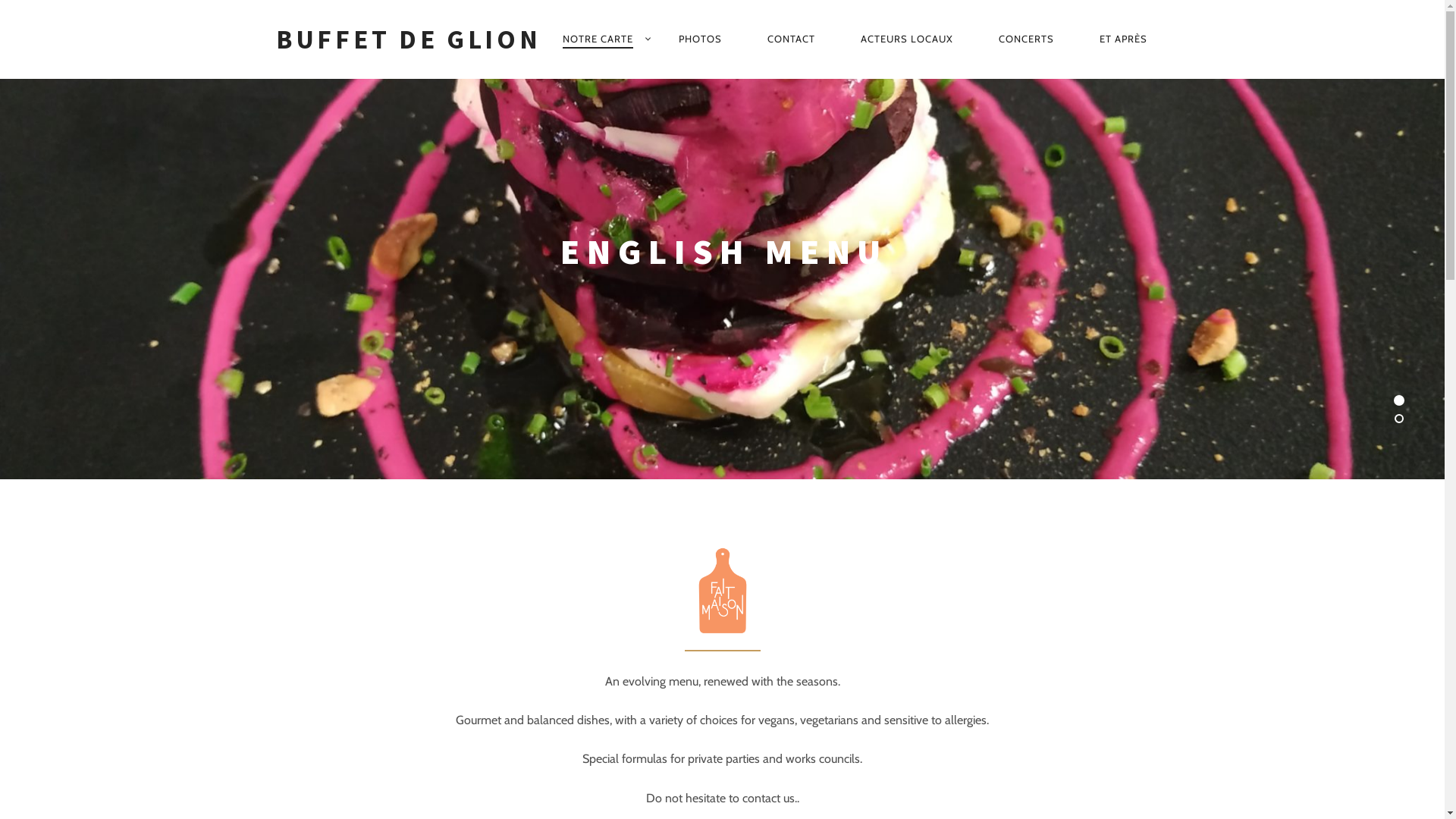  What do you see at coordinates (906, 37) in the screenshot?
I see `'ACTEURS LOCAUX'` at bounding box center [906, 37].